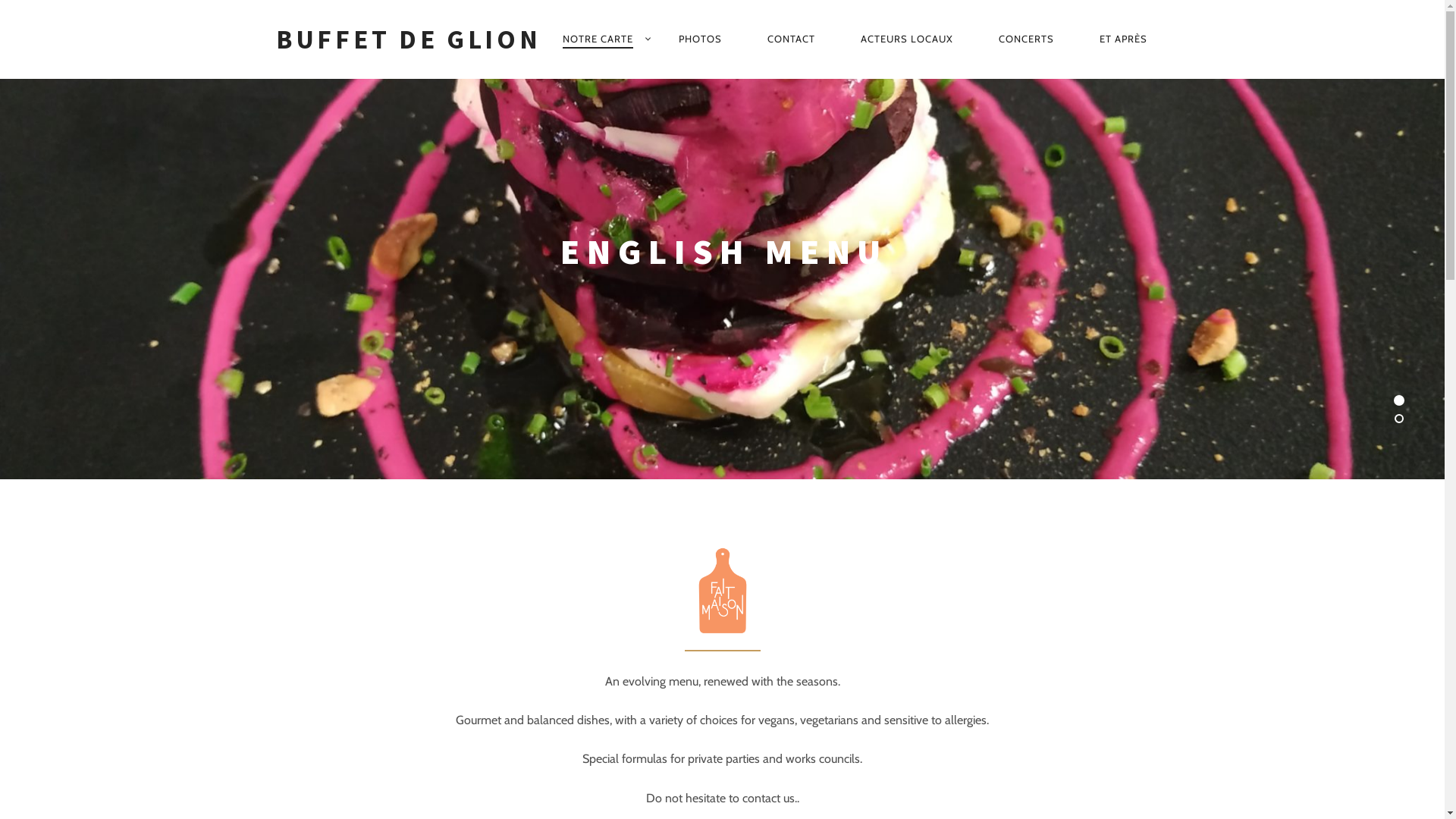  What do you see at coordinates (906, 37) in the screenshot?
I see `'ACTEURS LOCAUX'` at bounding box center [906, 37].